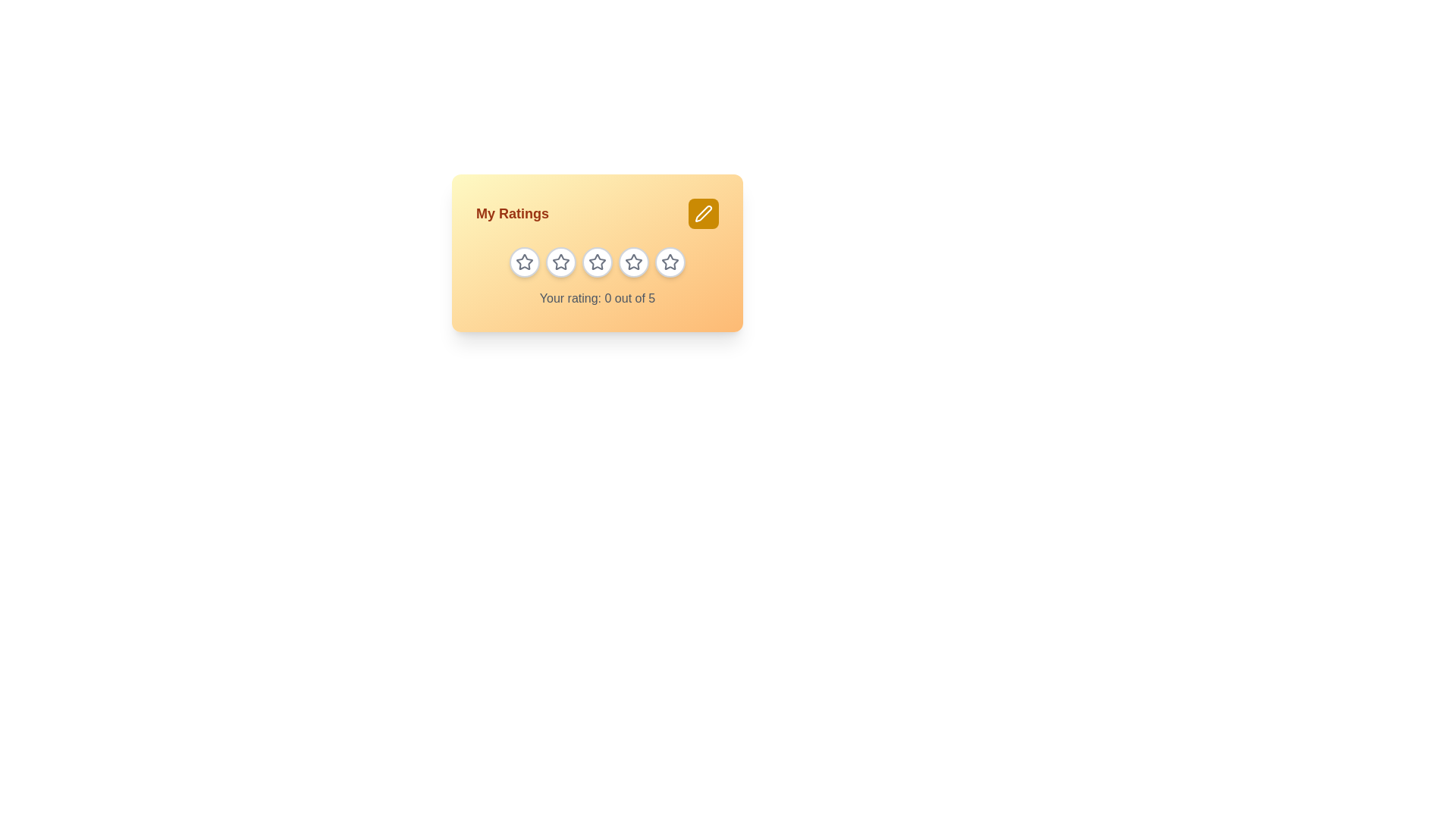 Image resolution: width=1456 pixels, height=819 pixels. Describe the element at coordinates (560, 262) in the screenshot. I see `the second star button in the 'My Ratings' section, which is a circular button with a white background and a gray border featuring an outlined star icon` at that location.